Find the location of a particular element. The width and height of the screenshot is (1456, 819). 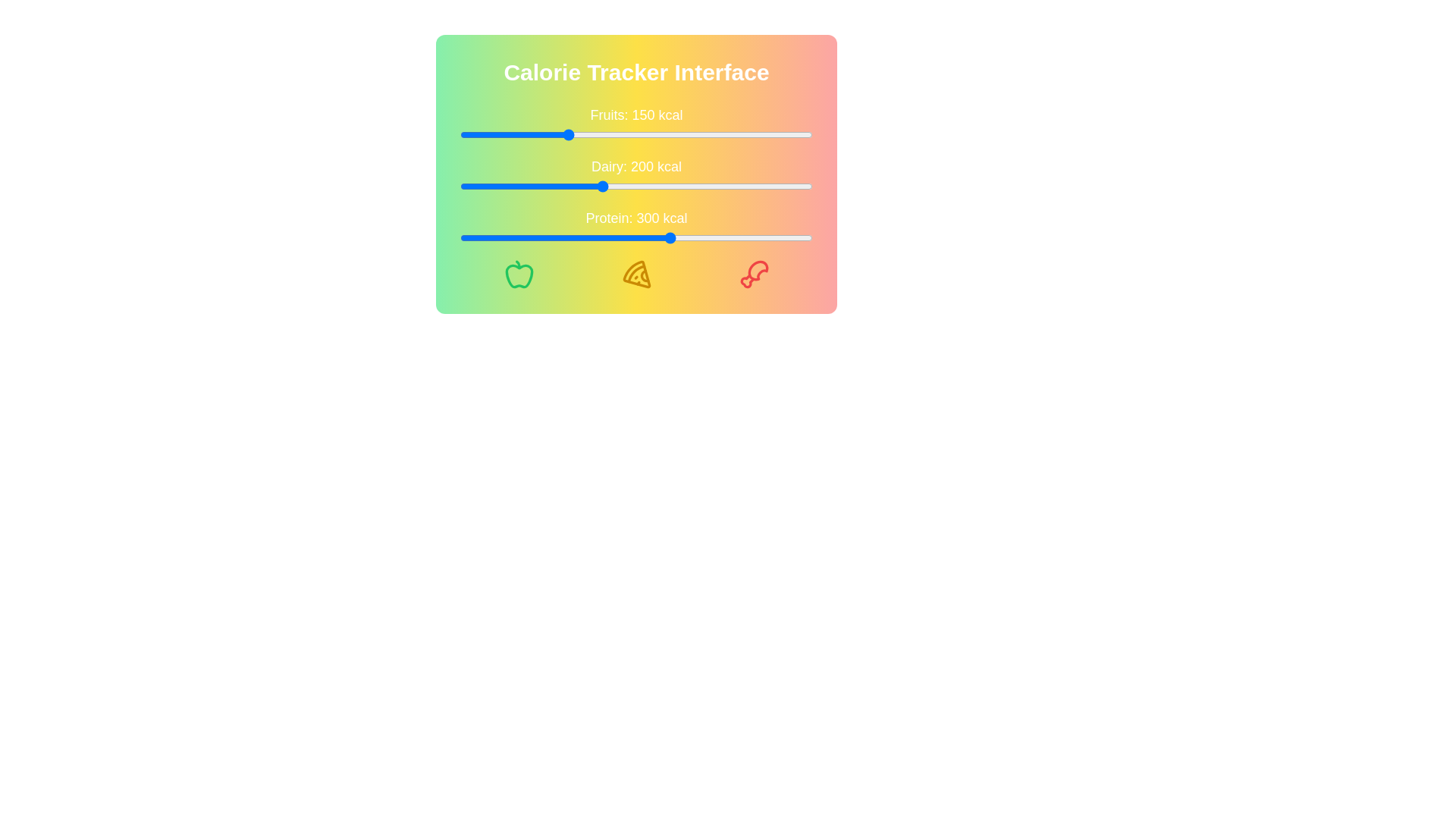

the calorie slider for 'Fruits' to 408 kcal is located at coordinates (748, 133).